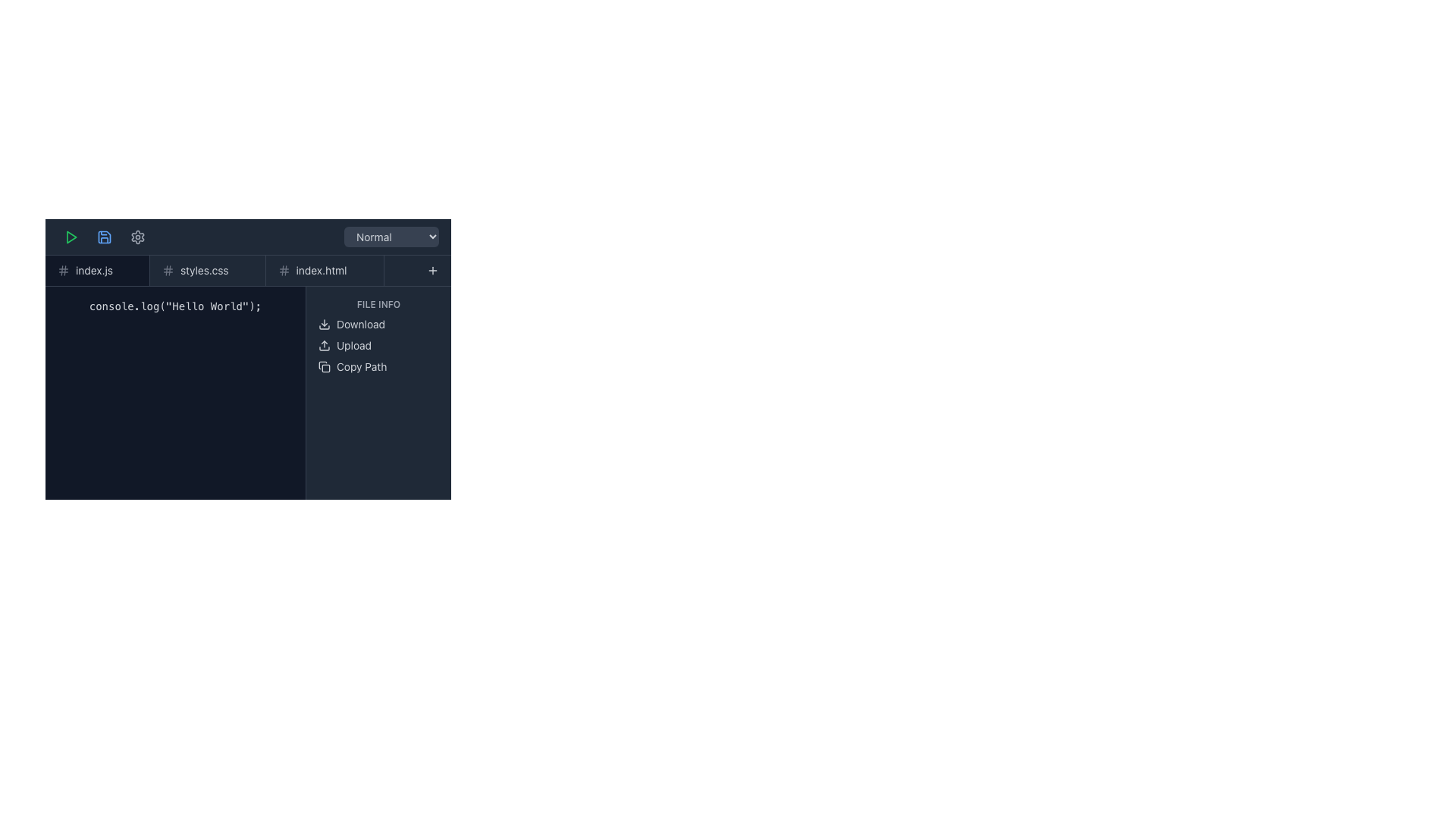 Image resolution: width=1456 pixels, height=819 pixels. I want to click on the active tab 'styles.css' in the Tab Bar, so click(248, 270).